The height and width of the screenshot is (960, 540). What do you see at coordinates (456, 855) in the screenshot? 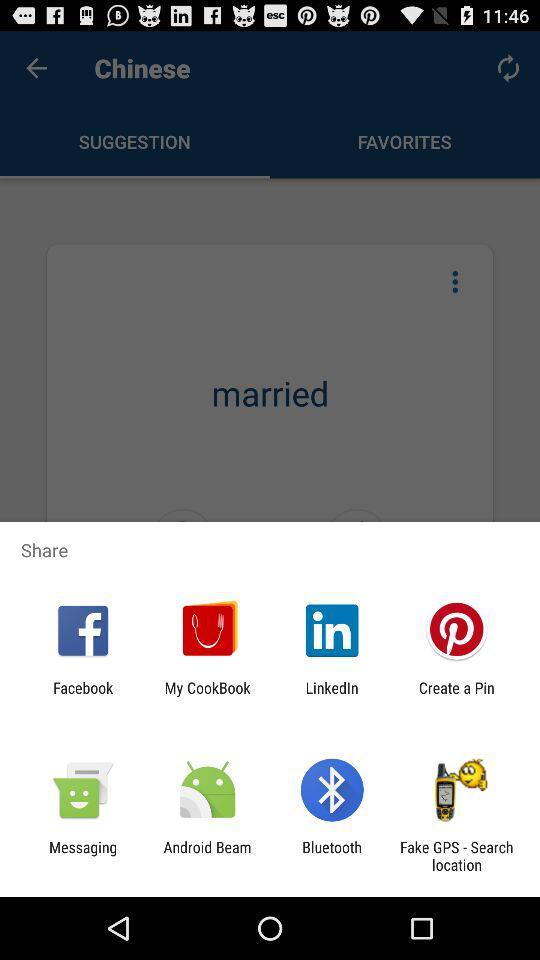
I see `item to the right of the bluetooth icon` at bounding box center [456, 855].